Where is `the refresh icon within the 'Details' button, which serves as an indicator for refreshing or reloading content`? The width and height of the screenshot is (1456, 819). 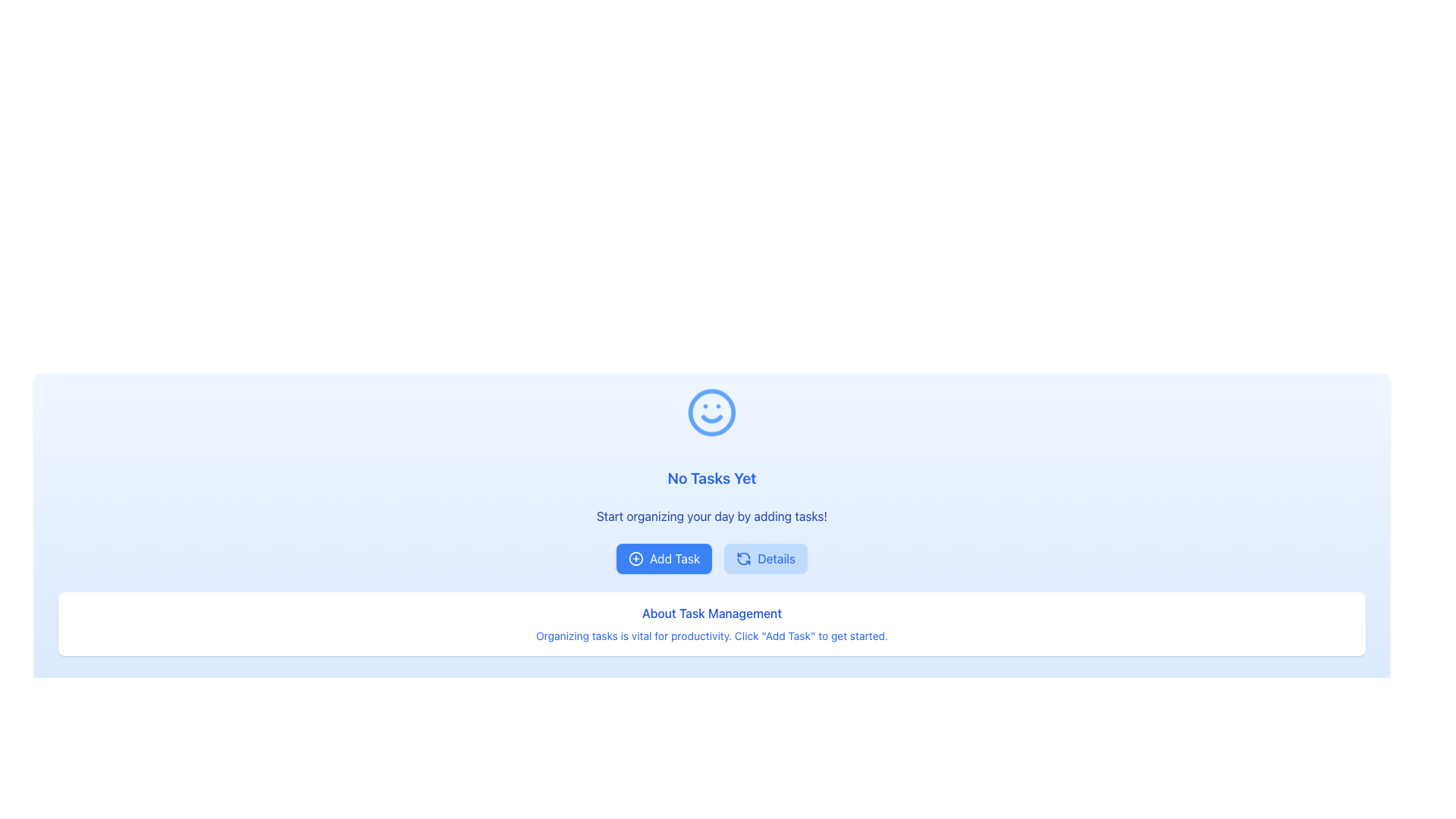 the refresh icon within the 'Details' button, which serves as an indicator for refreshing or reloading content is located at coordinates (744, 558).